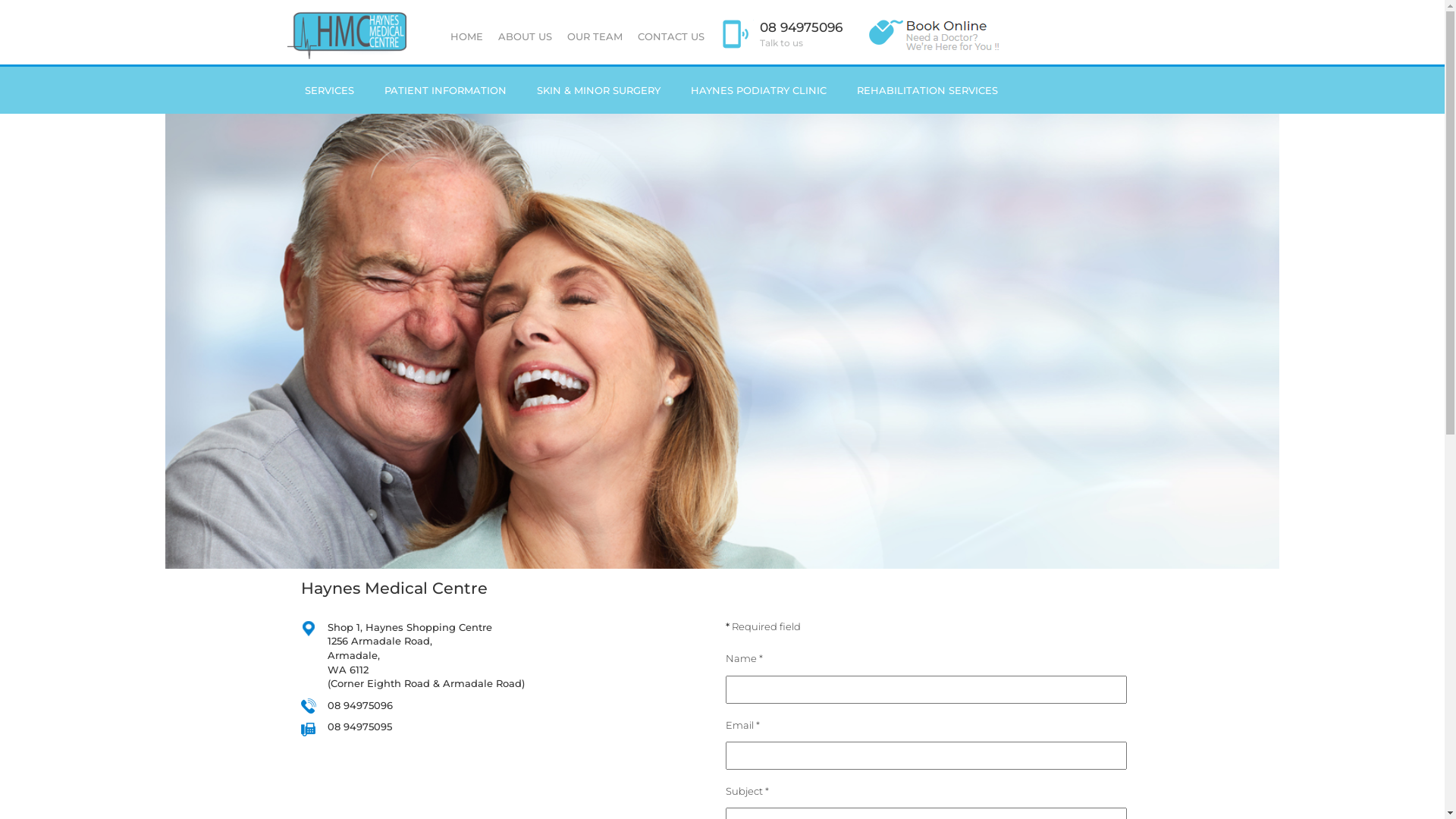  What do you see at coordinates (328, 90) in the screenshot?
I see `'SERVICES'` at bounding box center [328, 90].